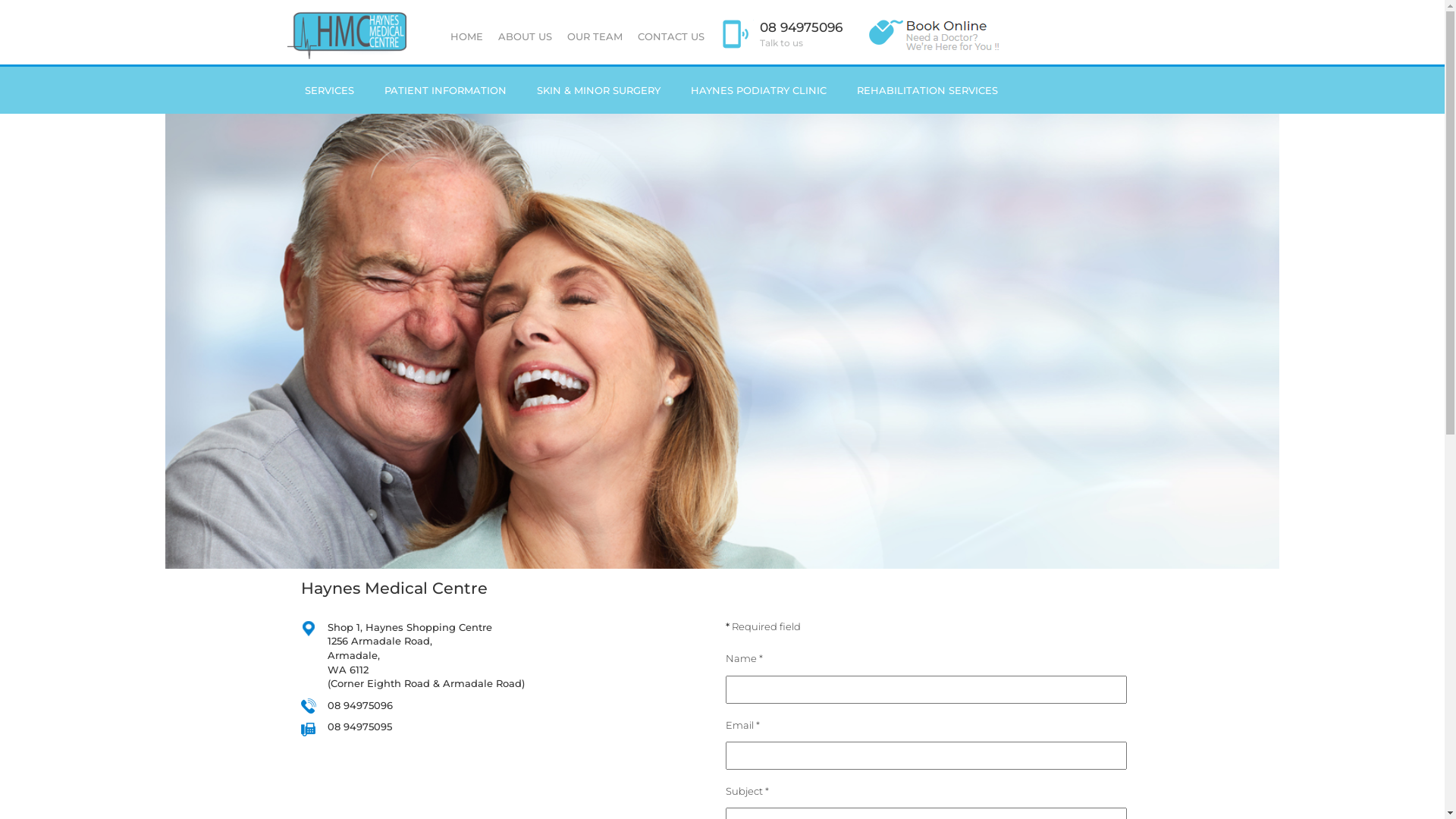  What do you see at coordinates (328, 90) in the screenshot?
I see `'SERVICES'` at bounding box center [328, 90].